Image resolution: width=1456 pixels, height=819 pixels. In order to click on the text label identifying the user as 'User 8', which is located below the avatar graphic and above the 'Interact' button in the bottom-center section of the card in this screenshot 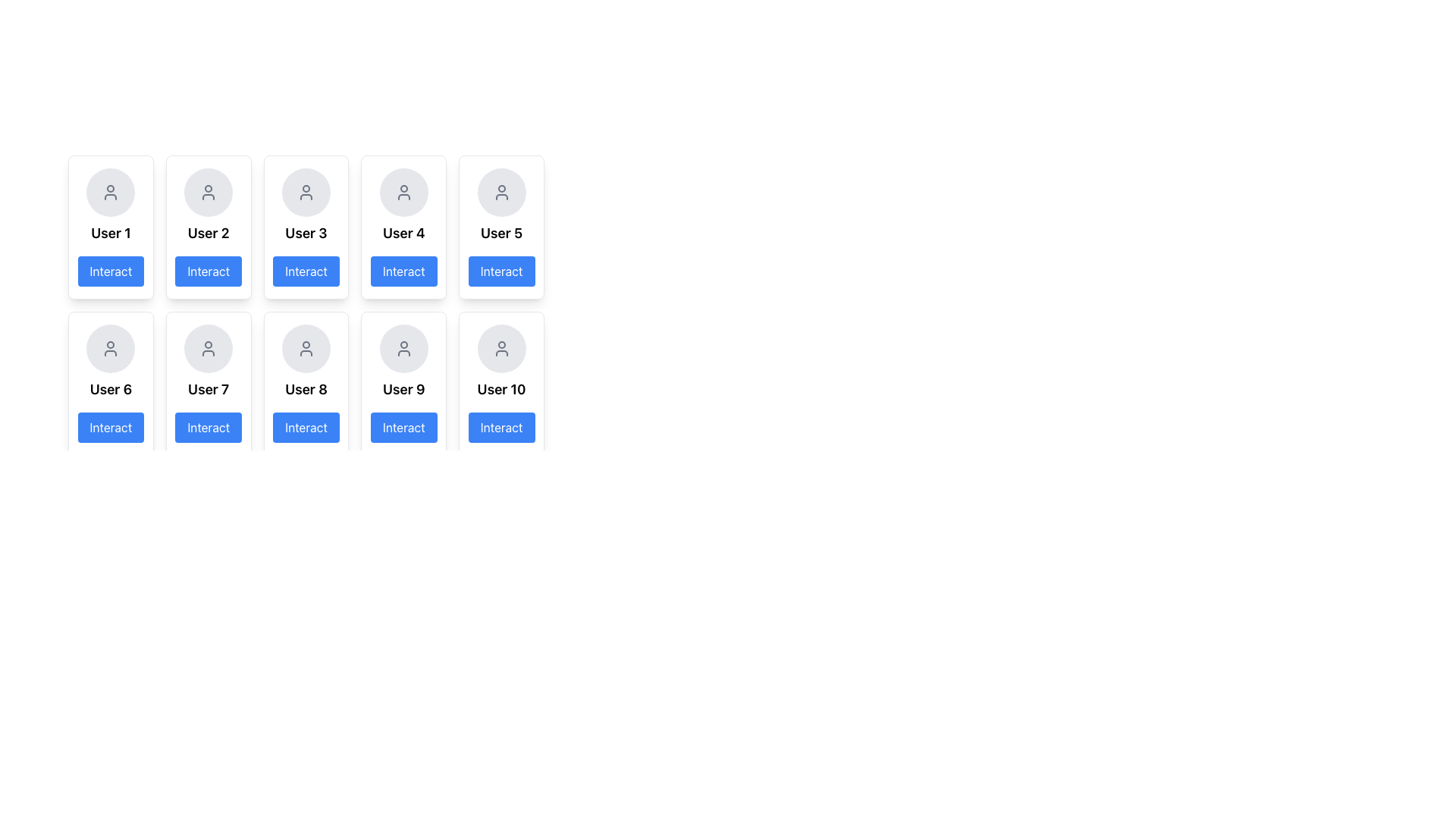, I will do `click(305, 388)`.